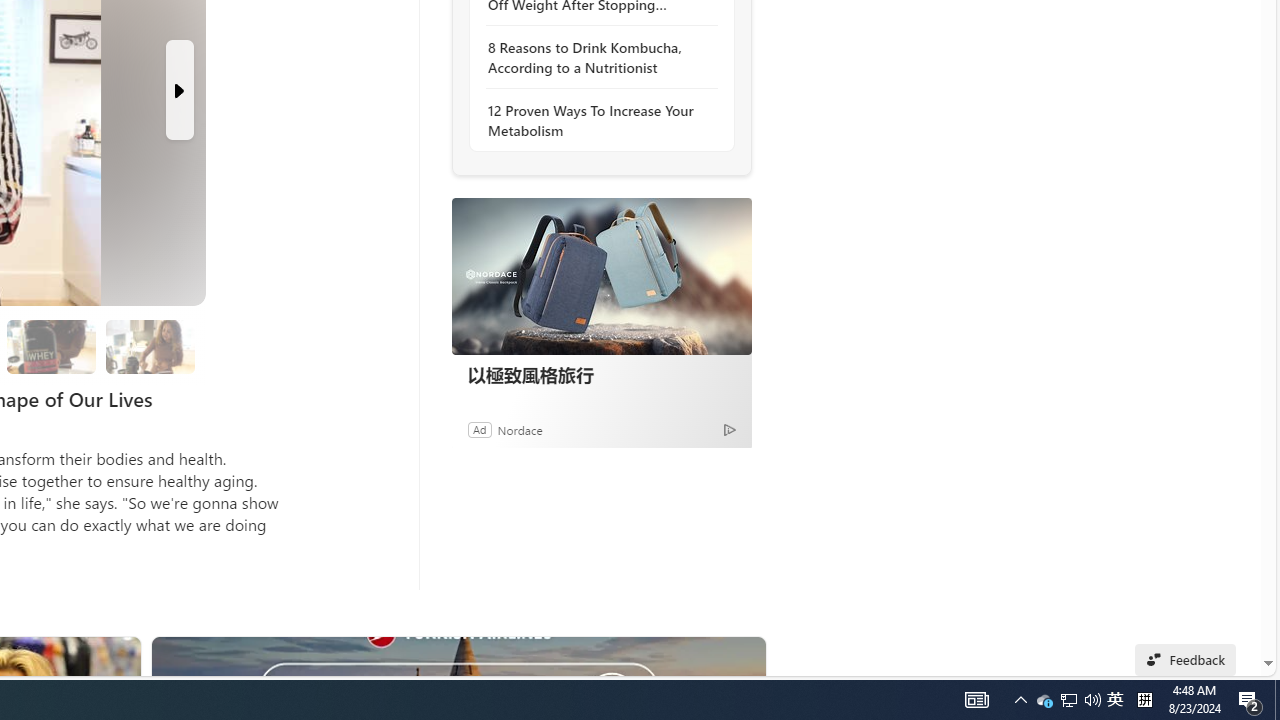 The height and width of the screenshot is (720, 1280). Describe the element at coordinates (149, 342) in the screenshot. I see `'Class: progress'` at that location.